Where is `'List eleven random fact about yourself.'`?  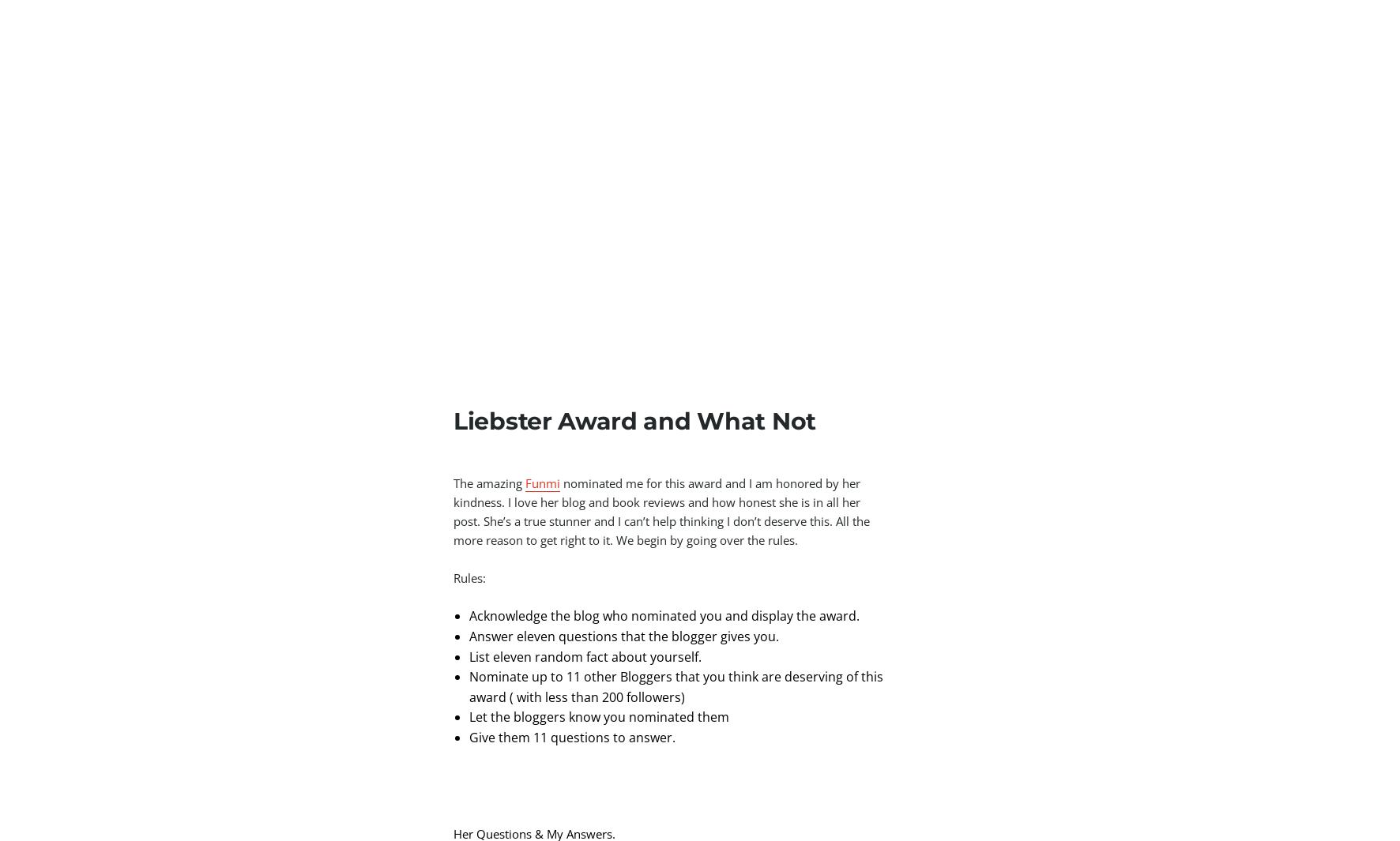
'List eleven random fact about yourself.' is located at coordinates (469, 656).